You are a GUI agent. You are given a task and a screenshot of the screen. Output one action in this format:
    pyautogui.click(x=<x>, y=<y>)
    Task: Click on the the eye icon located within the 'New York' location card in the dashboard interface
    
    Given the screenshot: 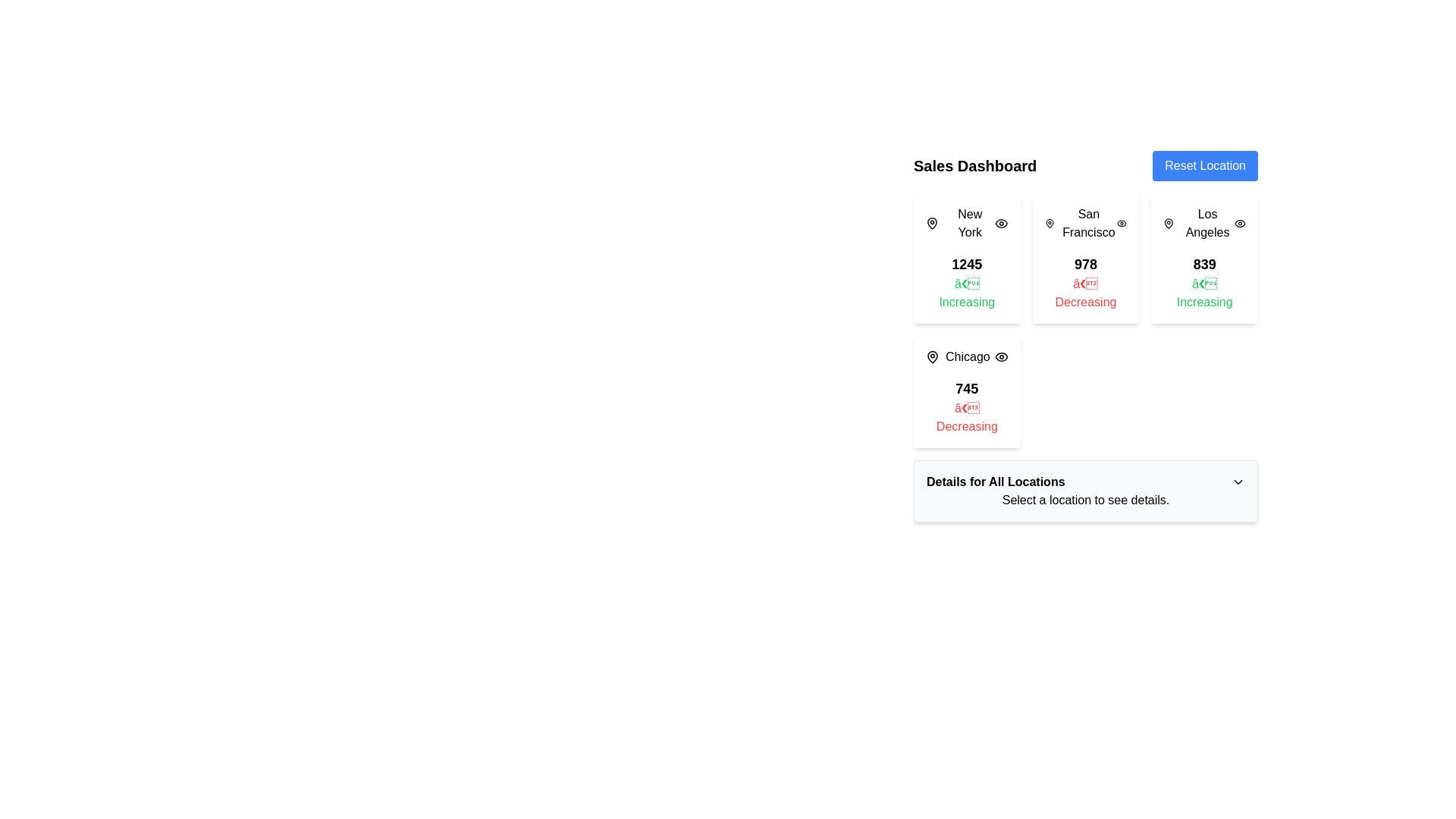 What is the action you would take?
    pyautogui.click(x=1001, y=223)
    